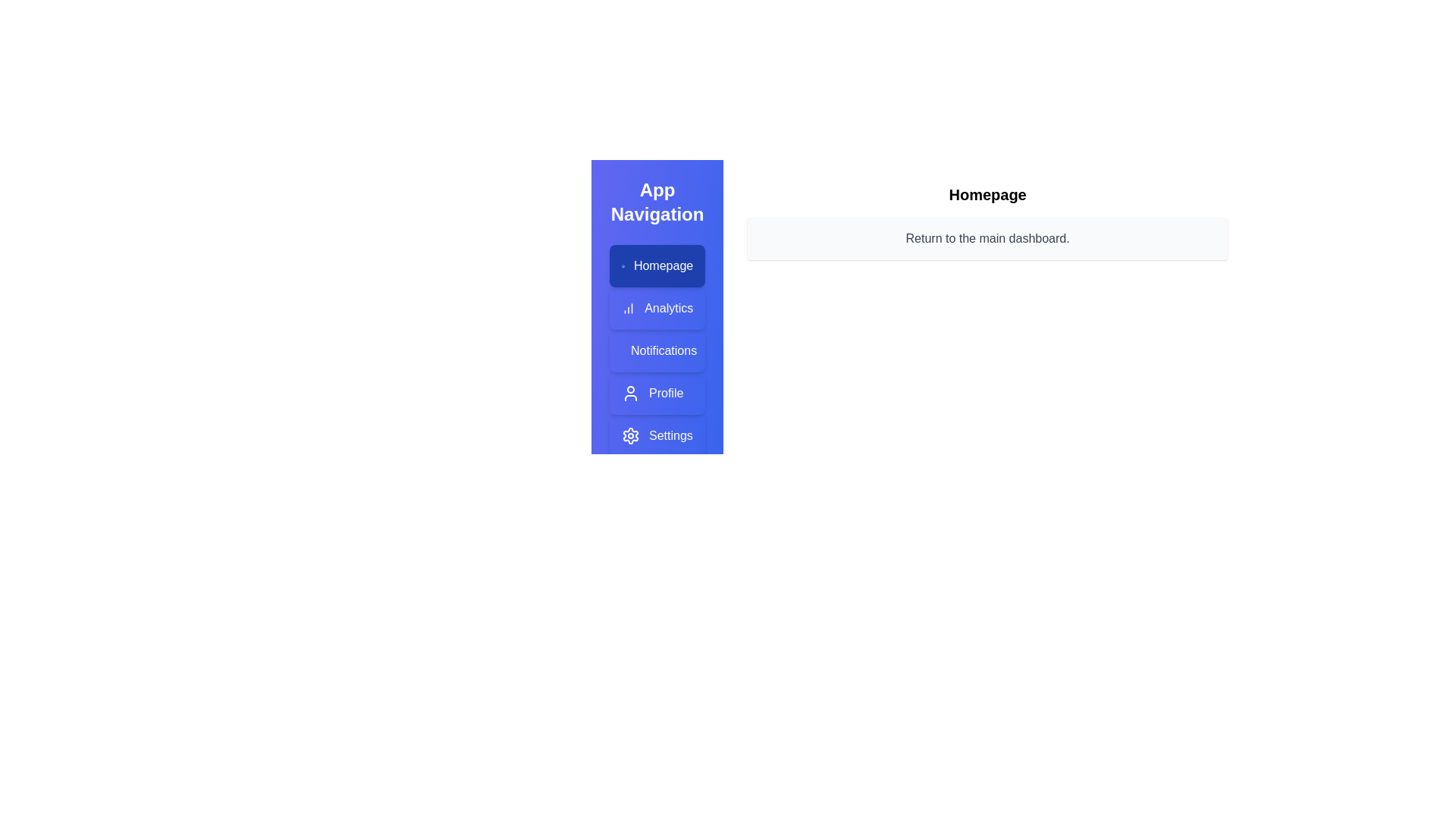  Describe the element at coordinates (657, 201) in the screenshot. I see `the title text label at the top of the sidebar, which indicates the purpose of the navigation section` at that location.